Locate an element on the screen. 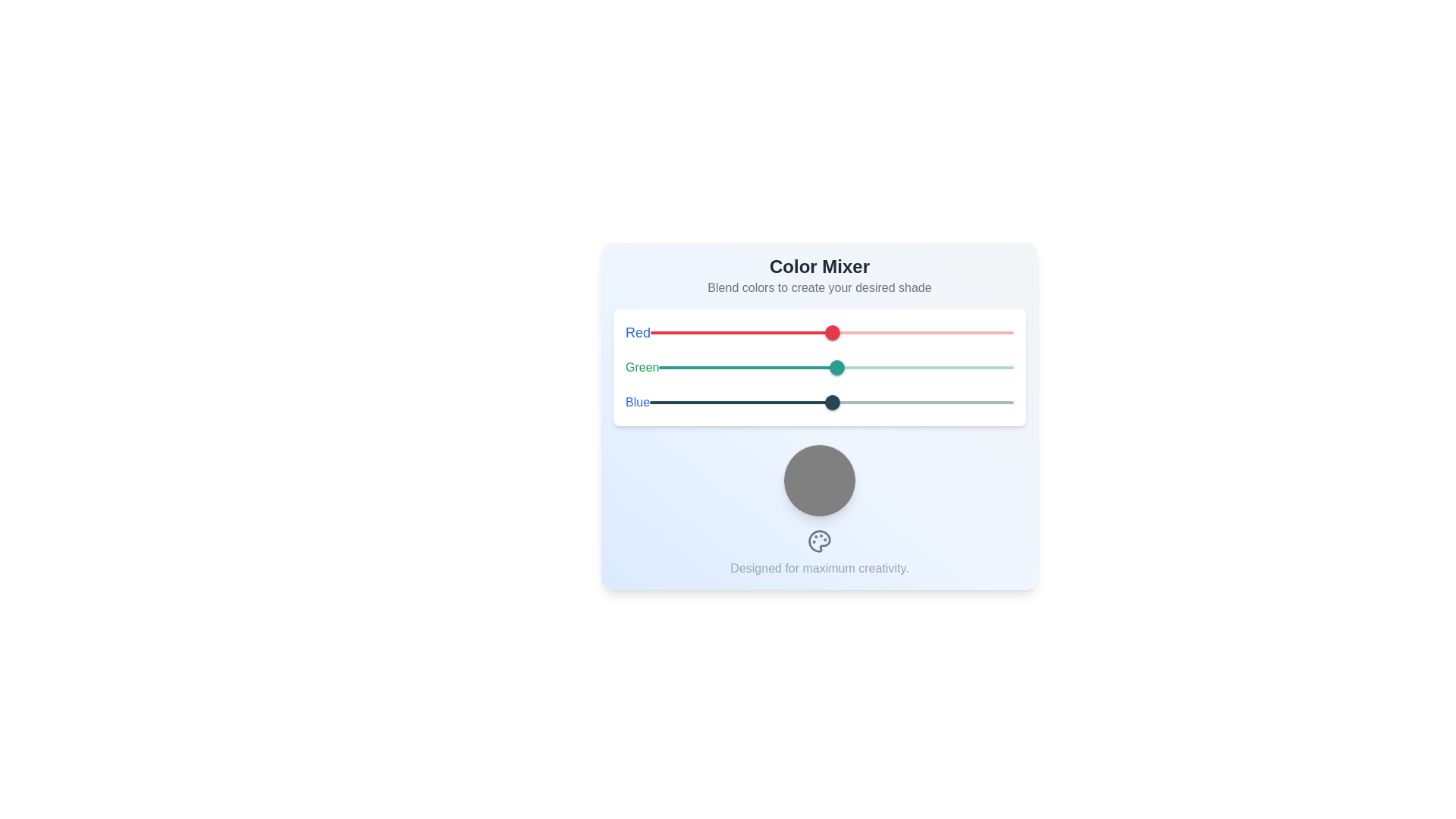 The height and width of the screenshot is (819, 1456). the slider rail of the red slider labeled 'Red' to move the thumb to a specific position is located at coordinates (831, 332).